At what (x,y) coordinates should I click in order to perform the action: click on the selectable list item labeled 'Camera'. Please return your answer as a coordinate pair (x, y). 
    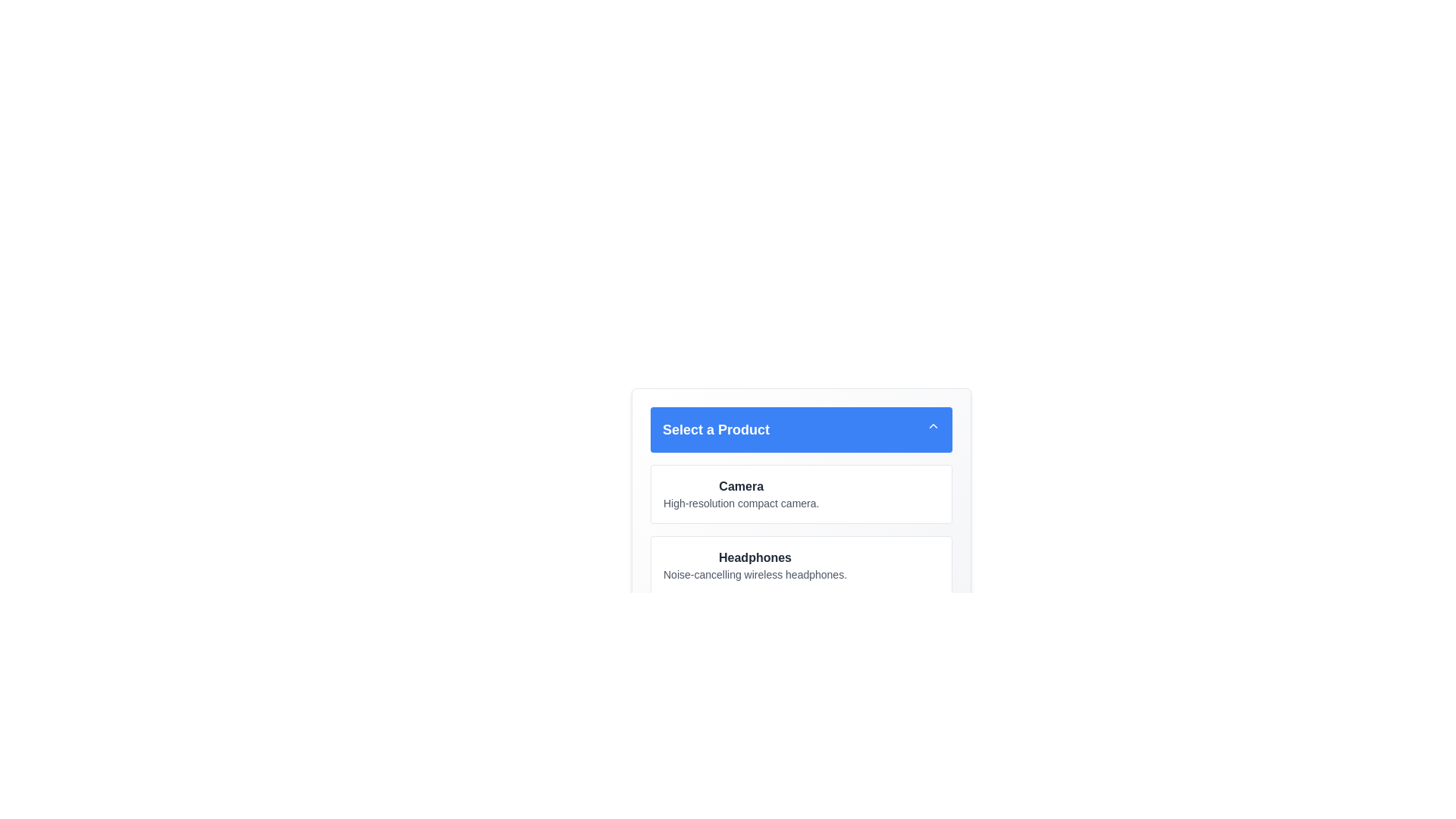
    Looking at the image, I should click on (800, 494).